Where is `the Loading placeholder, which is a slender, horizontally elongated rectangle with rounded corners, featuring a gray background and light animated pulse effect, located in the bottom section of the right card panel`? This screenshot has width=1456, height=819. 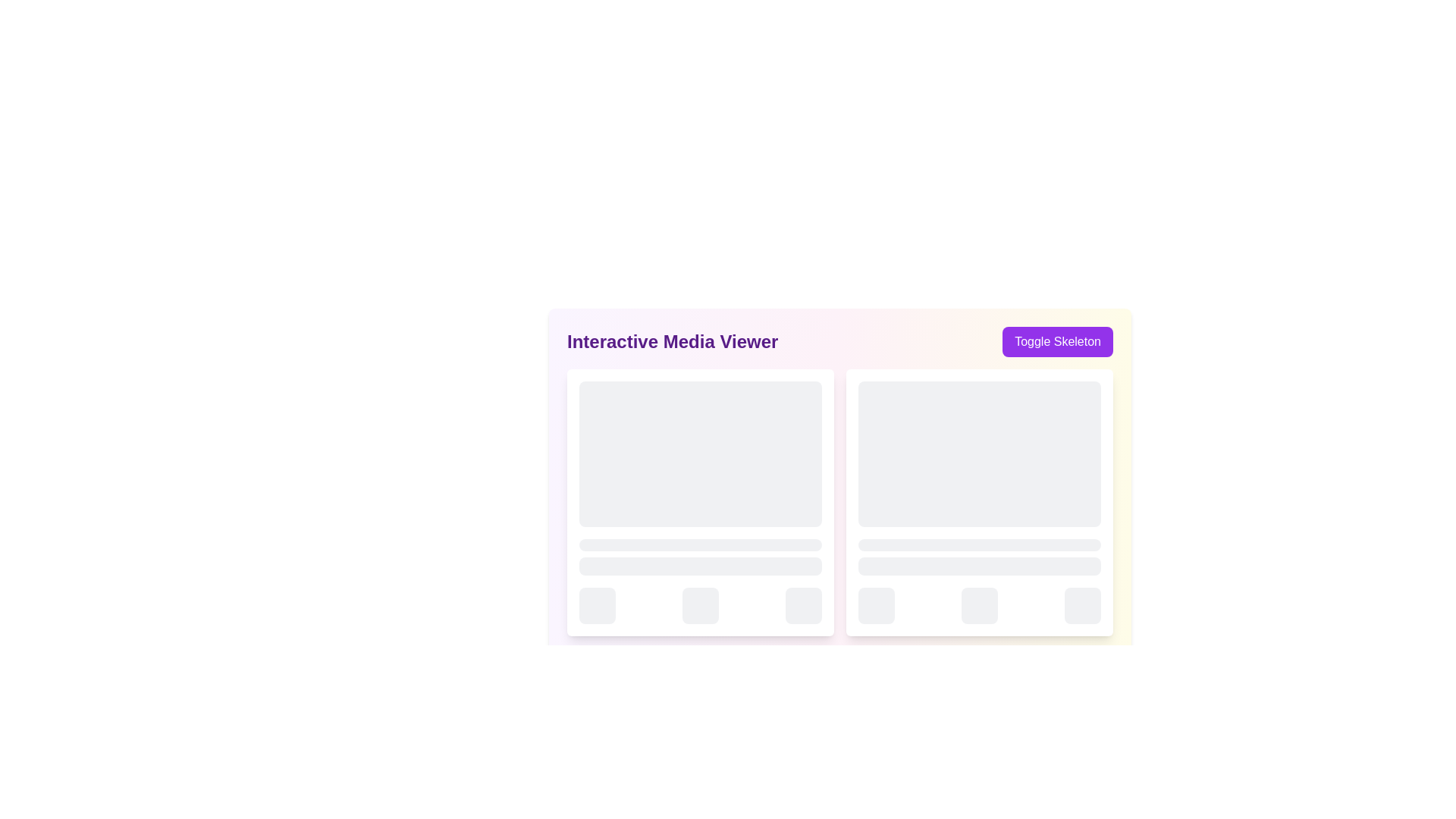 the Loading placeholder, which is a slender, horizontally elongated rectangle with rounded corners, featuring a gray background and light animated pulse effect, located in the bottom section of the right card panel is located at coordinates (979, 544).